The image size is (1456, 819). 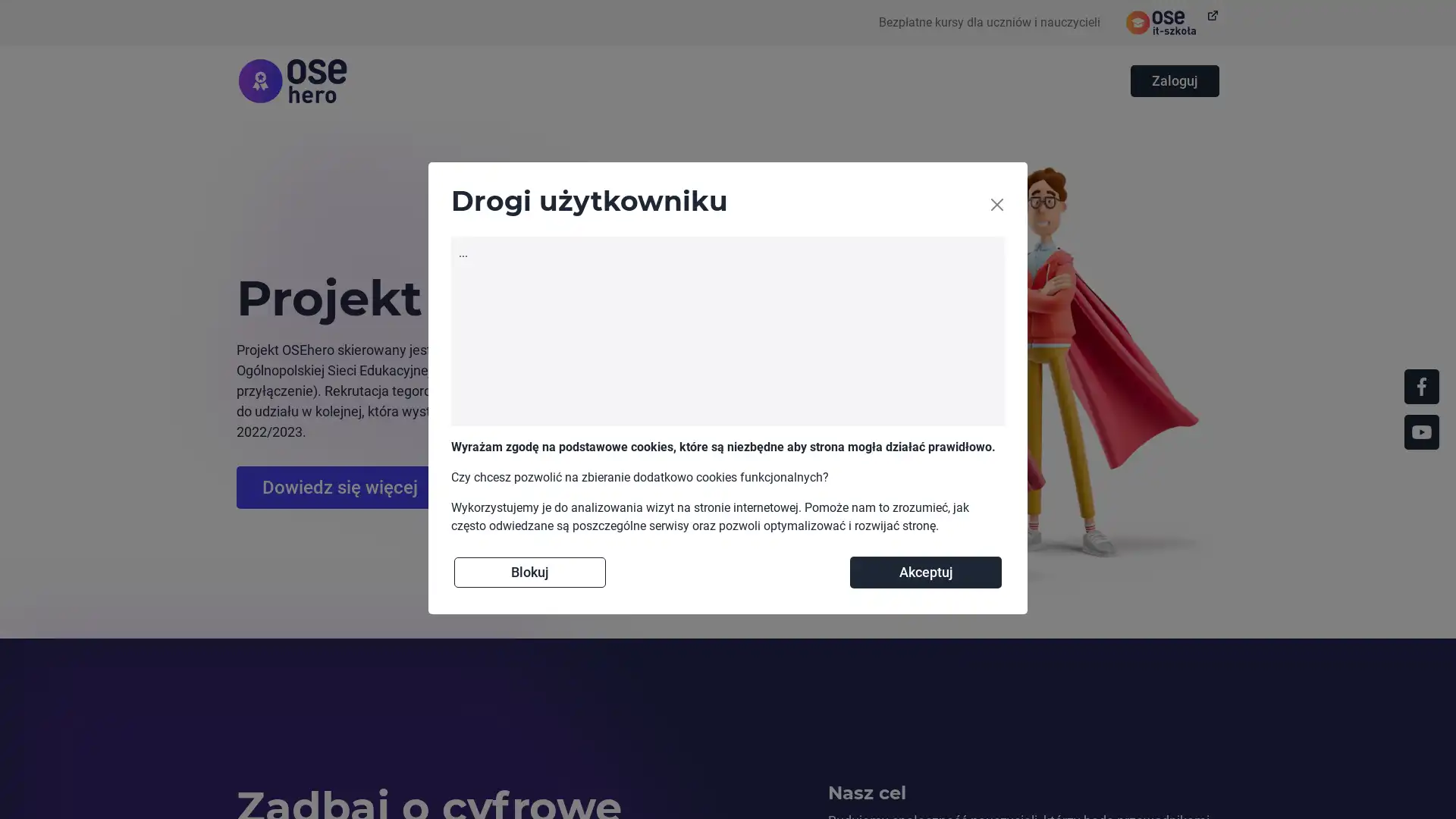 I want to click on Close, so click(x=997, y=205).